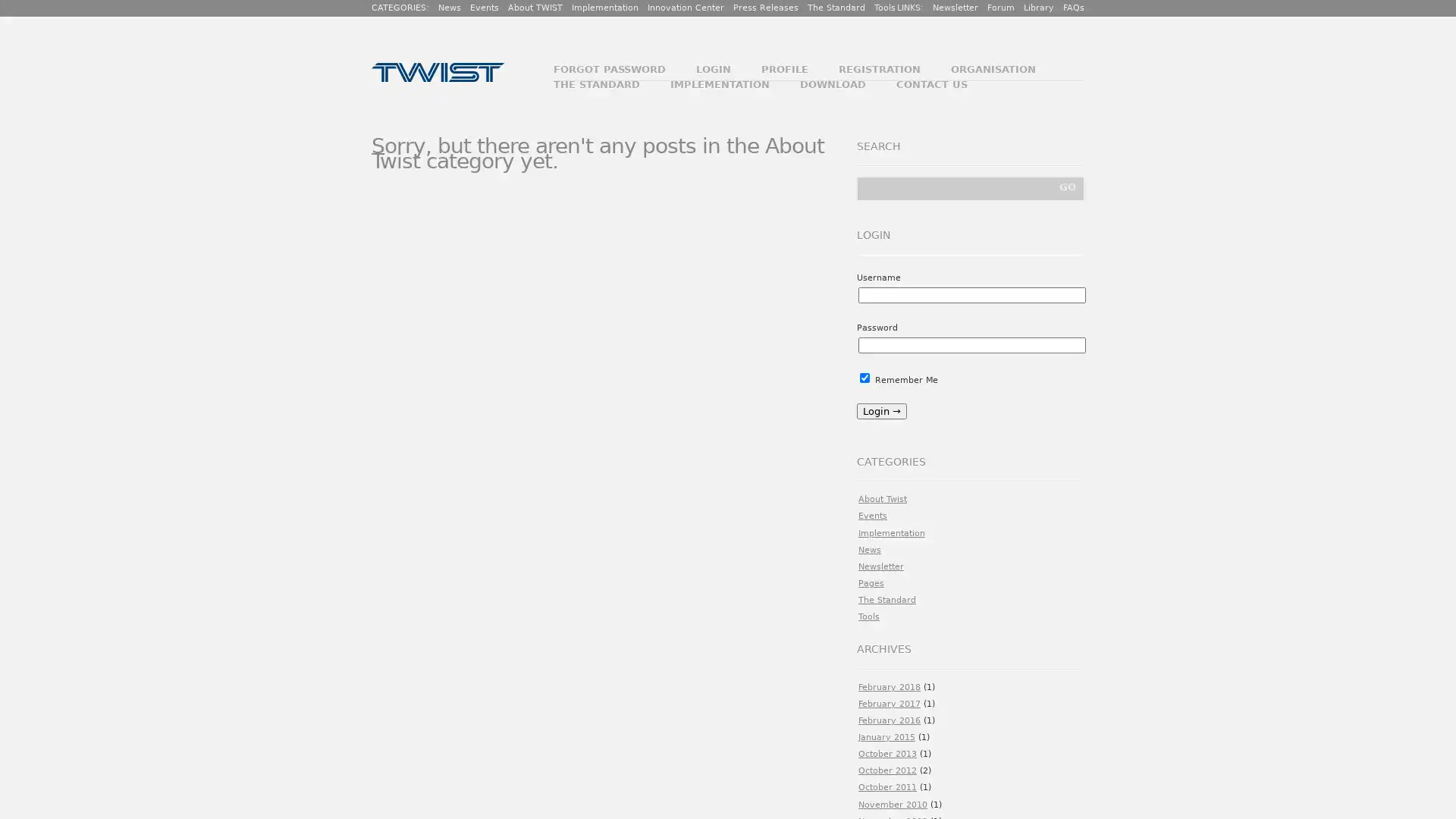 This screenshot has height=819, width=1456. Describe the element at coordinates (881, 411) in the screenshot. I see `Login` at that location.